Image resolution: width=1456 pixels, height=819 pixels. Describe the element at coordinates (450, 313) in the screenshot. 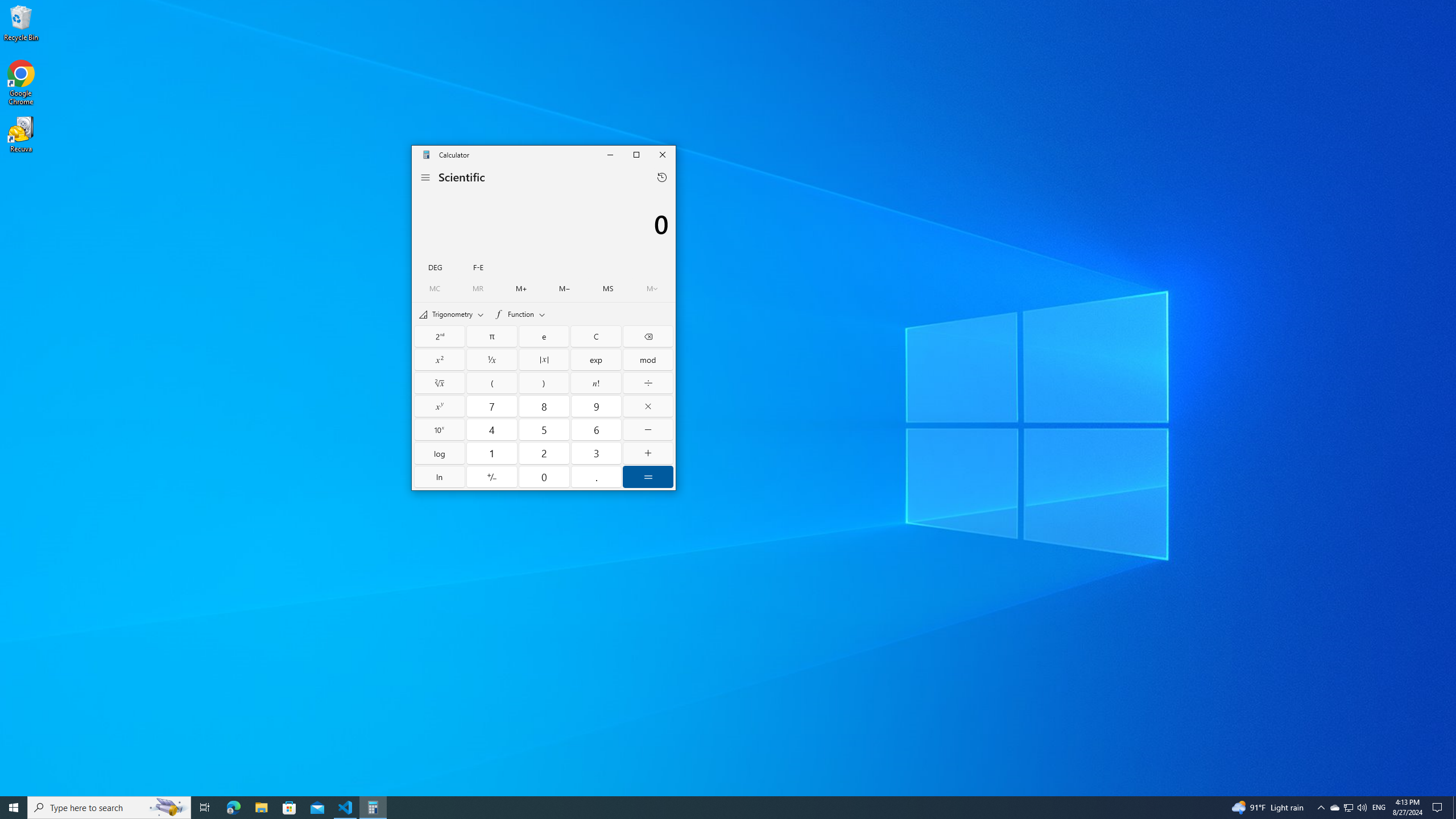

I see `'Trigonometry'` at that location.